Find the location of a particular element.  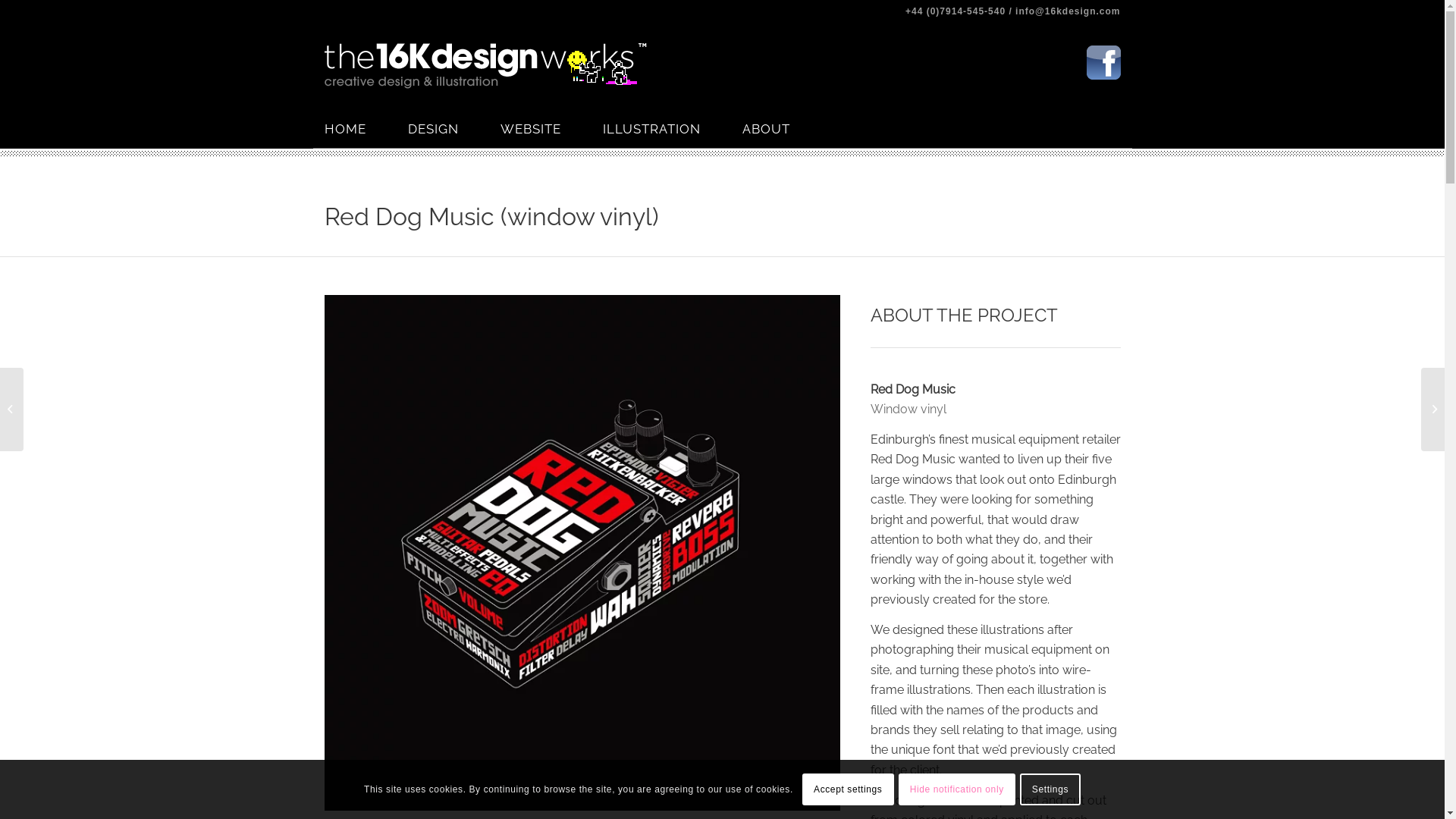

'16Klogo2' is located at coordinates (485, 65).